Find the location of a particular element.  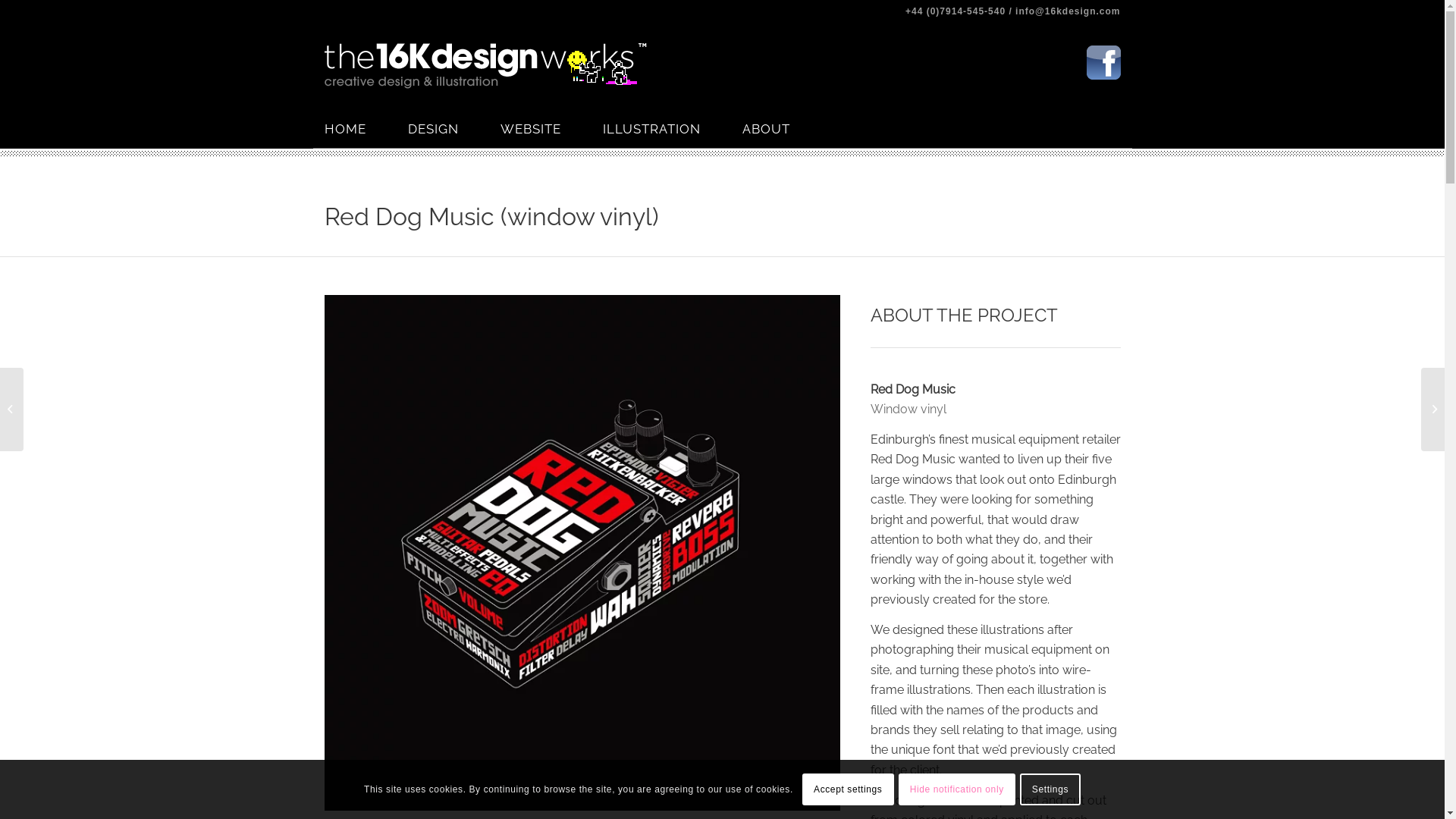

'16Klogo2' is located at coordinates (485, 65).